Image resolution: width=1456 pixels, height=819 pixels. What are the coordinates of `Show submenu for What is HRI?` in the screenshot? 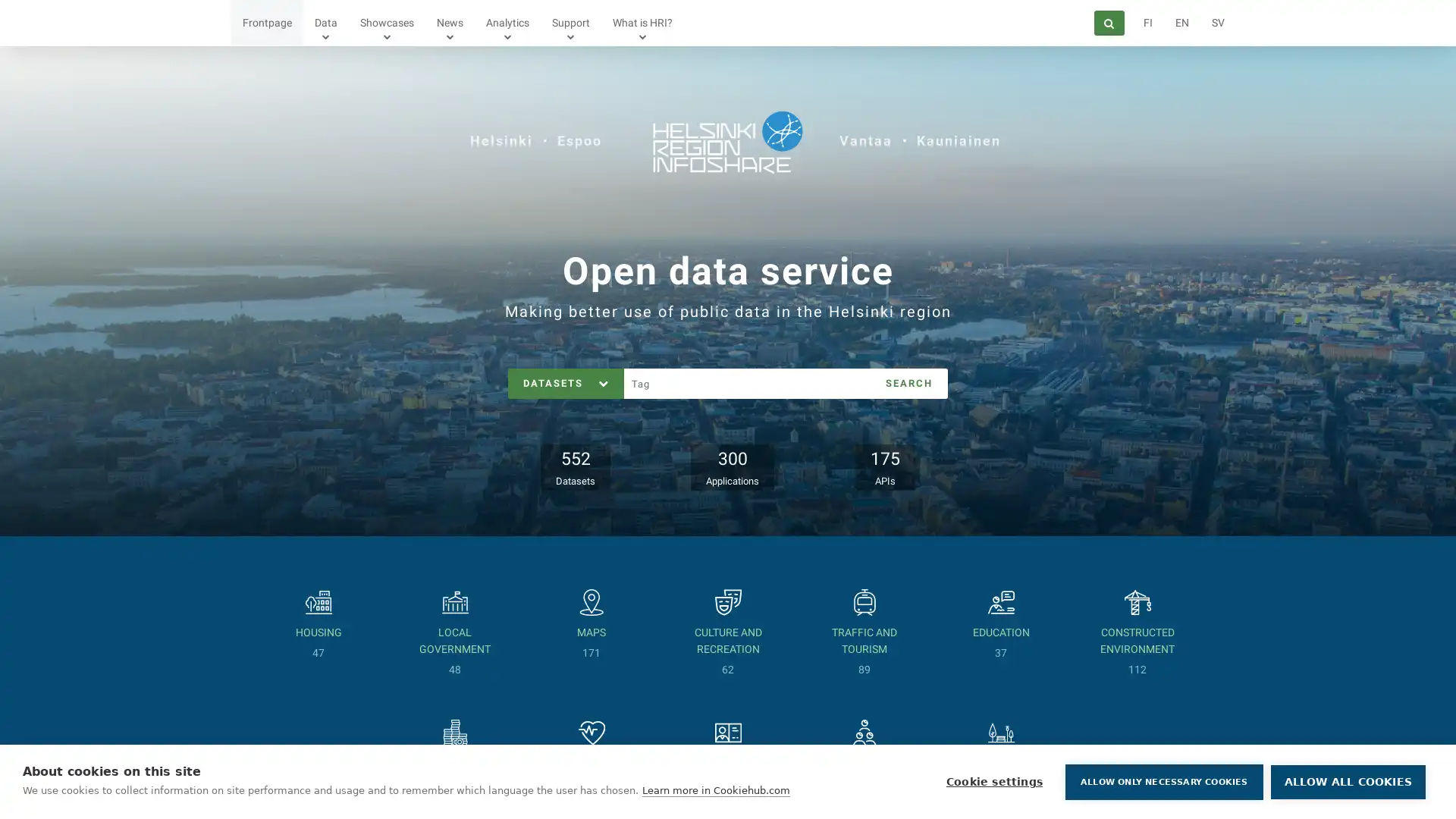 It's located at (642, 30).